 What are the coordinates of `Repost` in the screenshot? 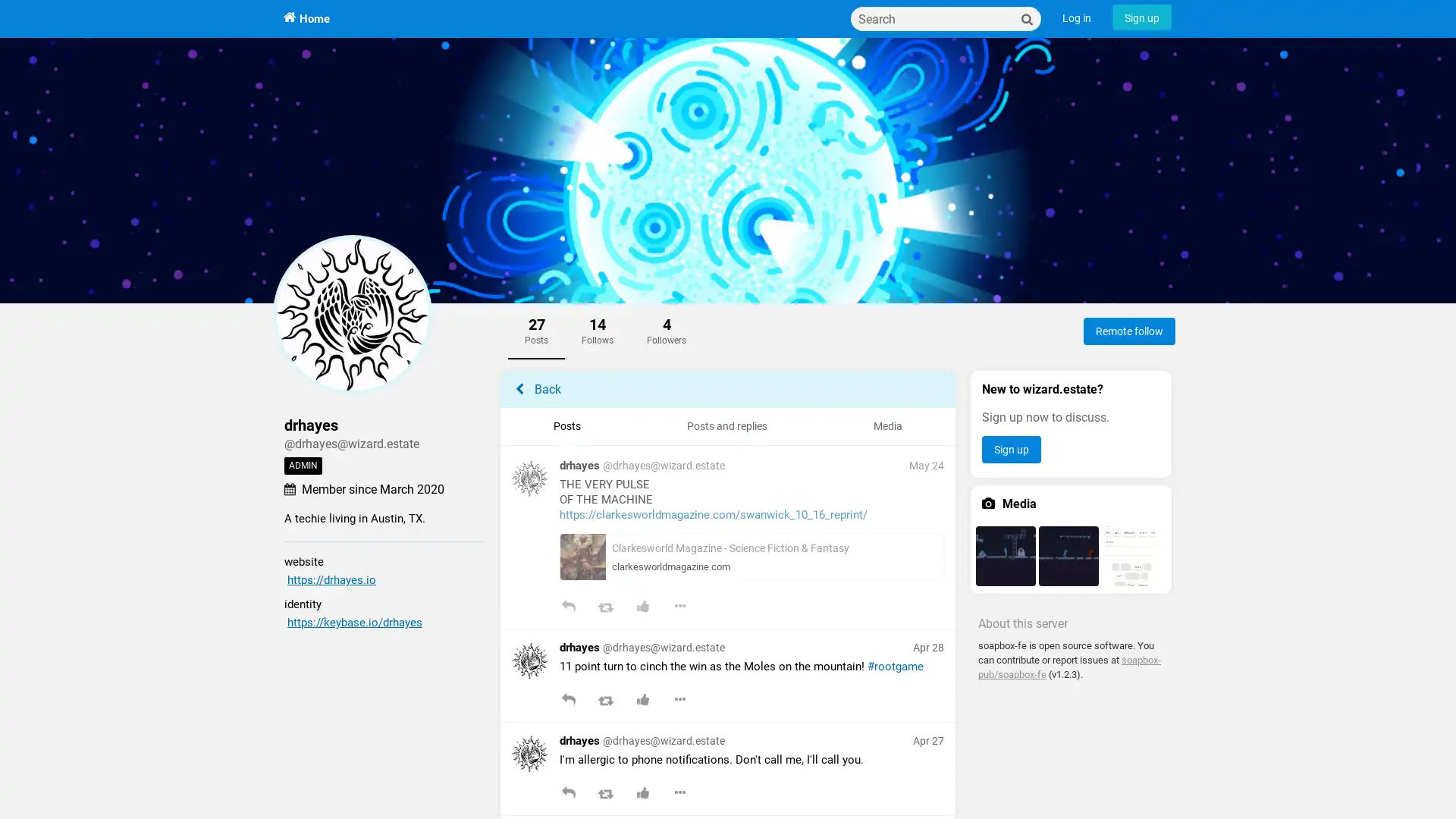 It's located at (604, 794).